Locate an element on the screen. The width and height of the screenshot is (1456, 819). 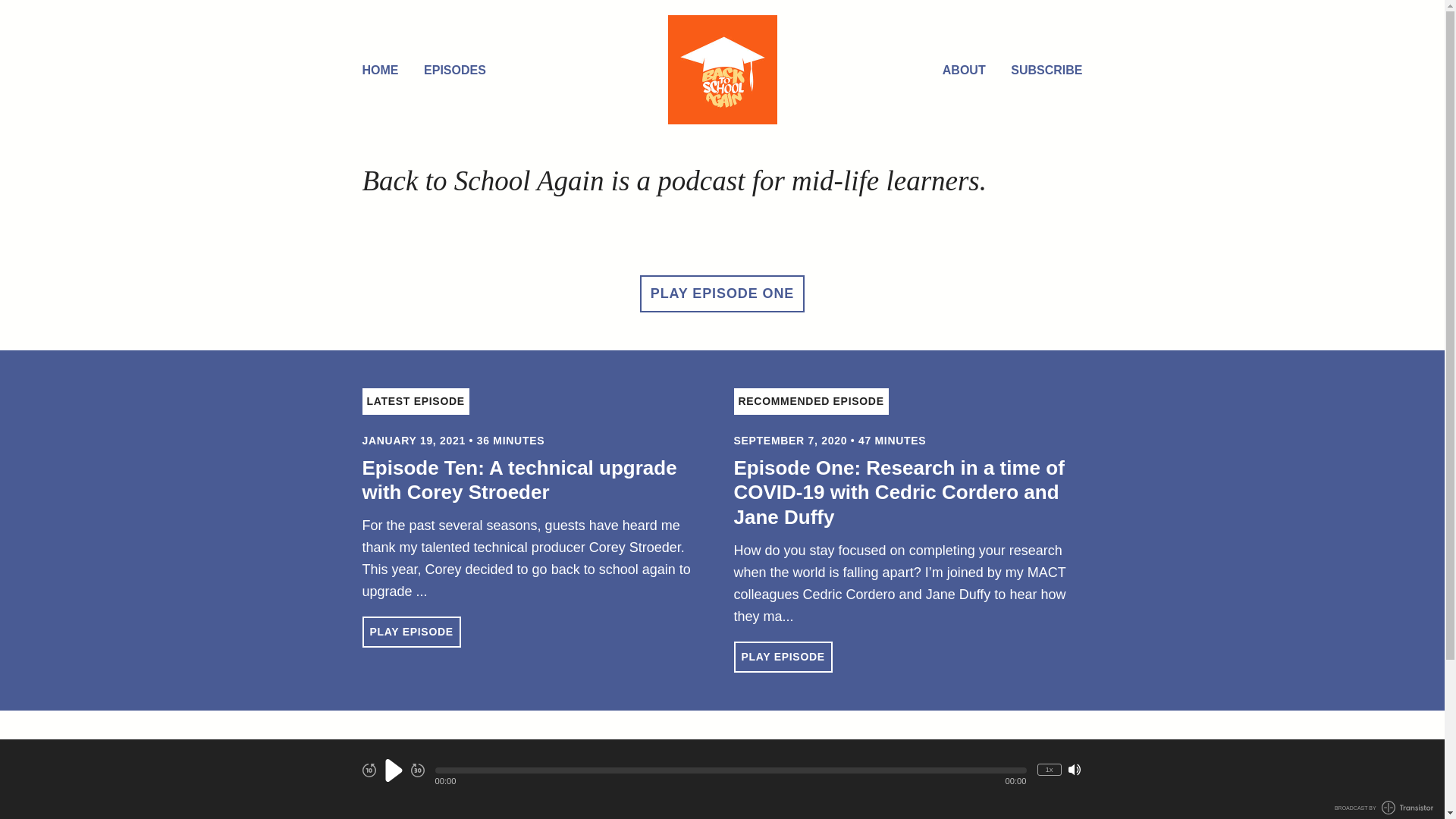
'1x' is located at coordinates (1048, 769).